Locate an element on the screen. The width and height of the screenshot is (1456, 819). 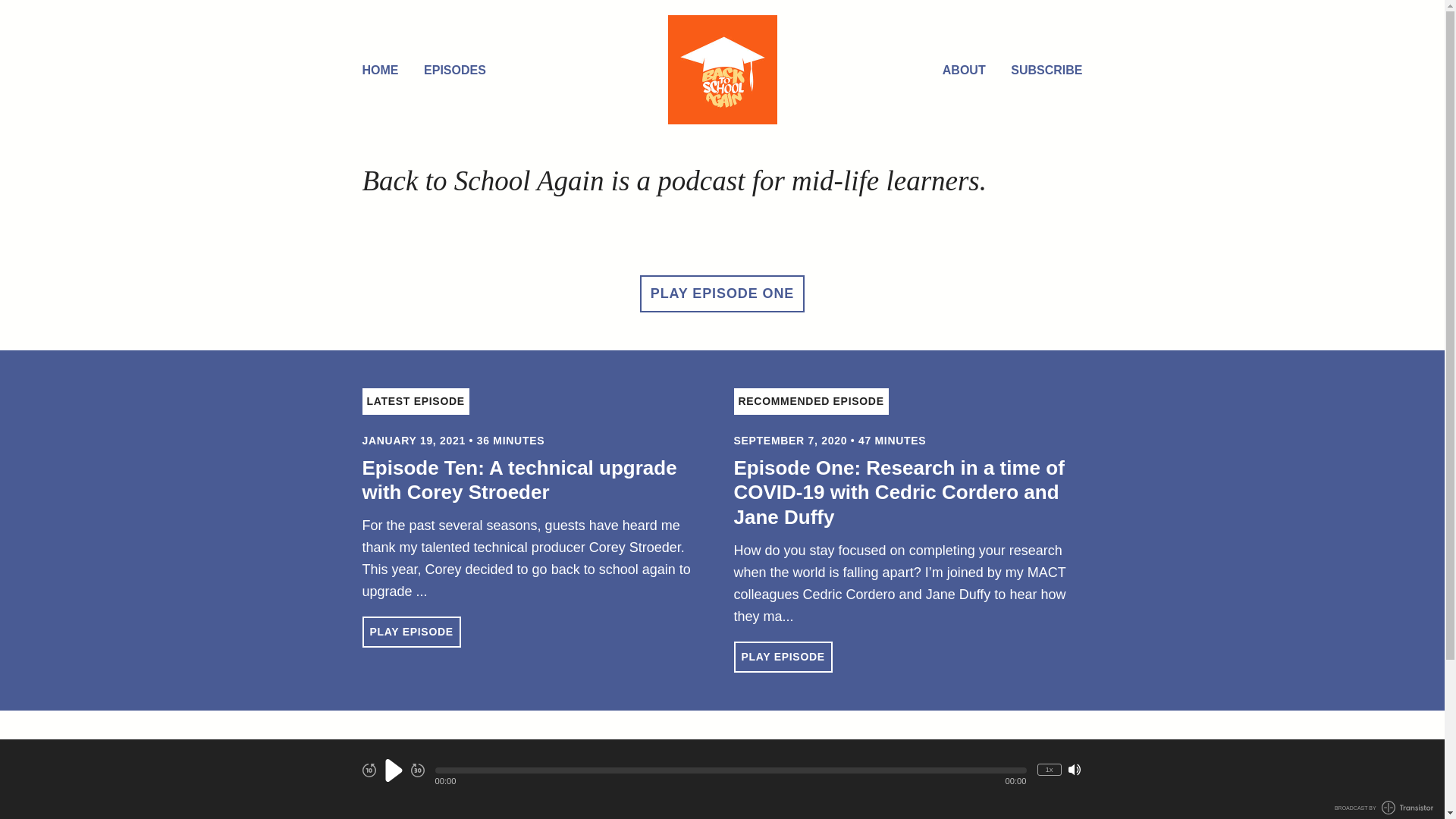
'1x' is located at coordinates (1048, 769).